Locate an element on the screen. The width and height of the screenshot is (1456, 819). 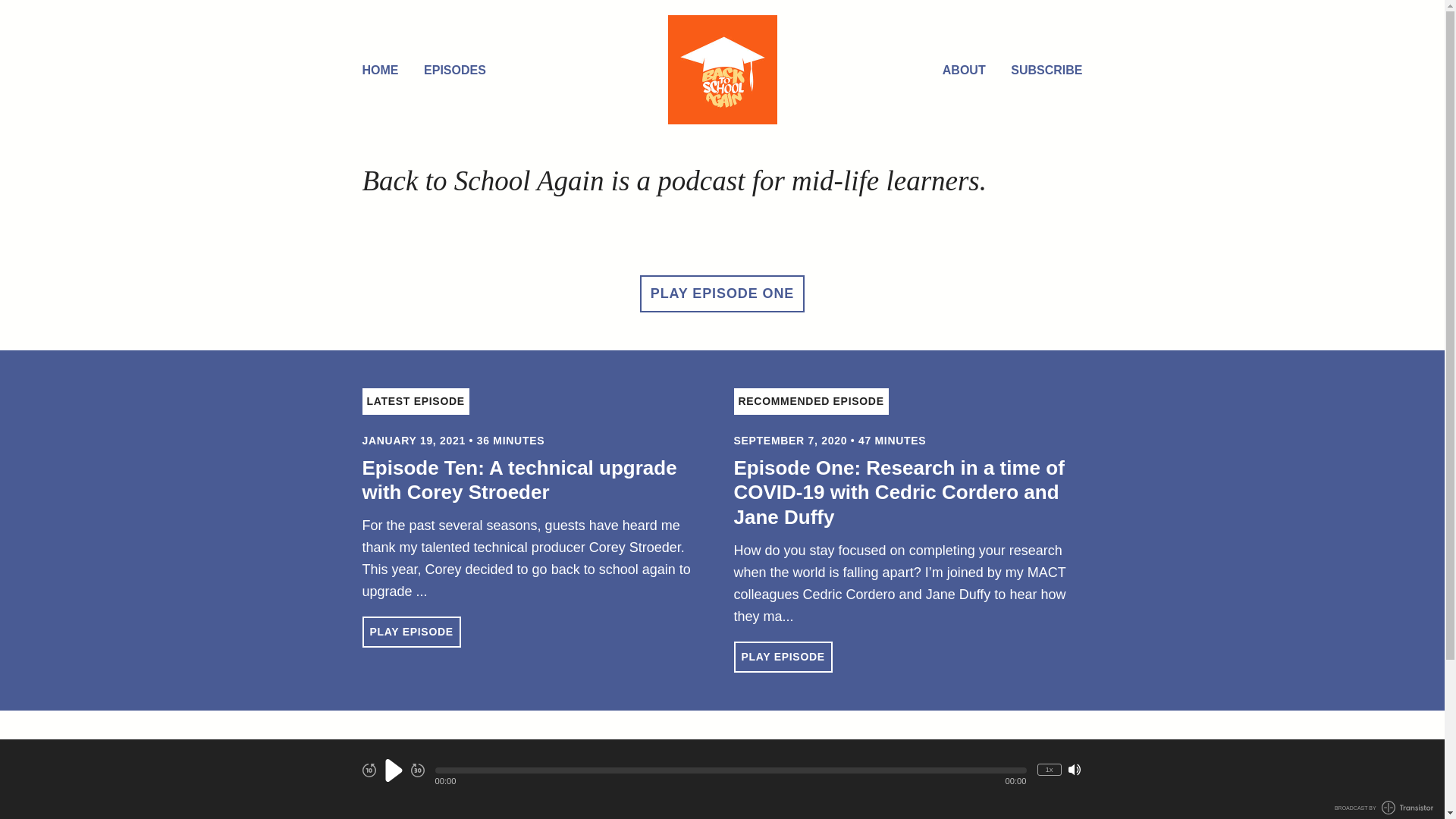
'1x' is located at coordinates (1048, 769).